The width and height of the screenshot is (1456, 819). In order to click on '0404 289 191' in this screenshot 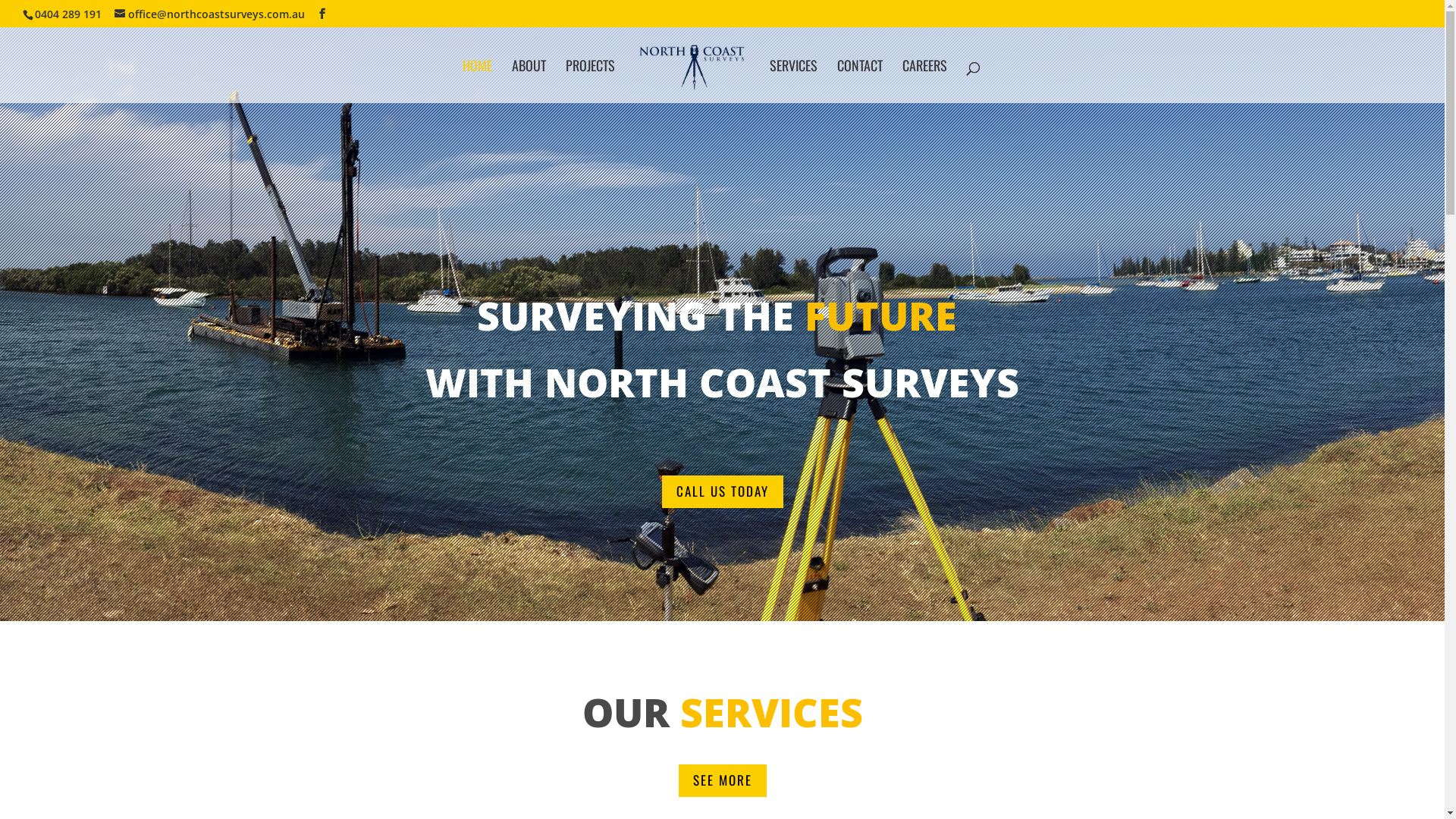, I will do `click(67, 13)`.